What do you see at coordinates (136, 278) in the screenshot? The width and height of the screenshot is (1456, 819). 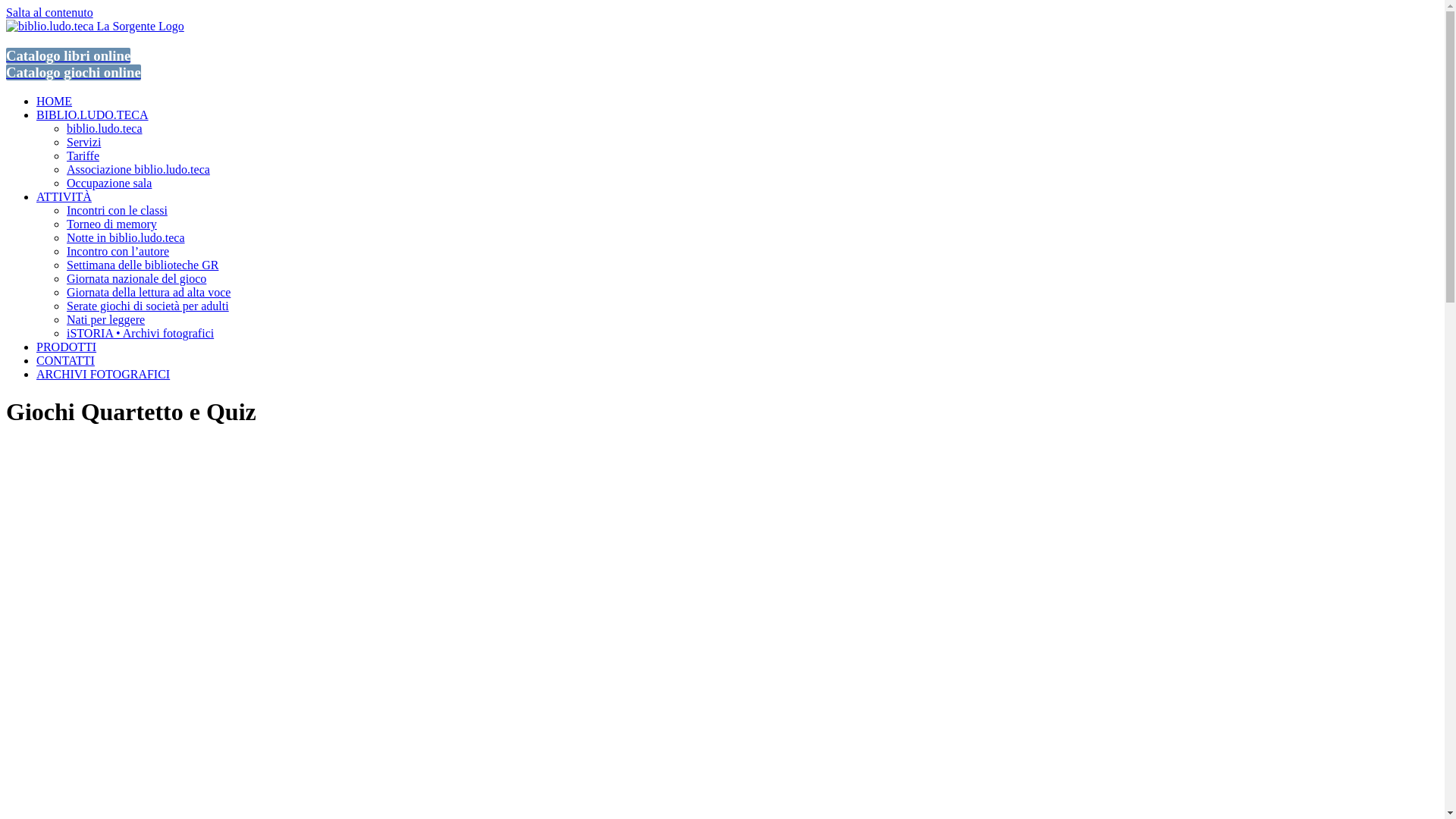 I see `'Giornata nazionale del gioco'` at bounding box center [136, 278].